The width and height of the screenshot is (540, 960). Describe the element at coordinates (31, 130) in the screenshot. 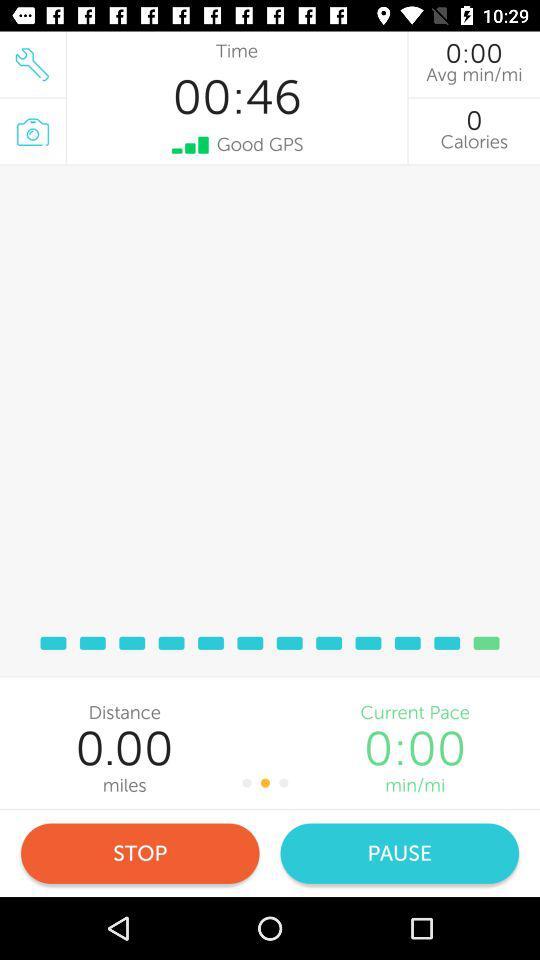

I see `the photo icon` at that location.